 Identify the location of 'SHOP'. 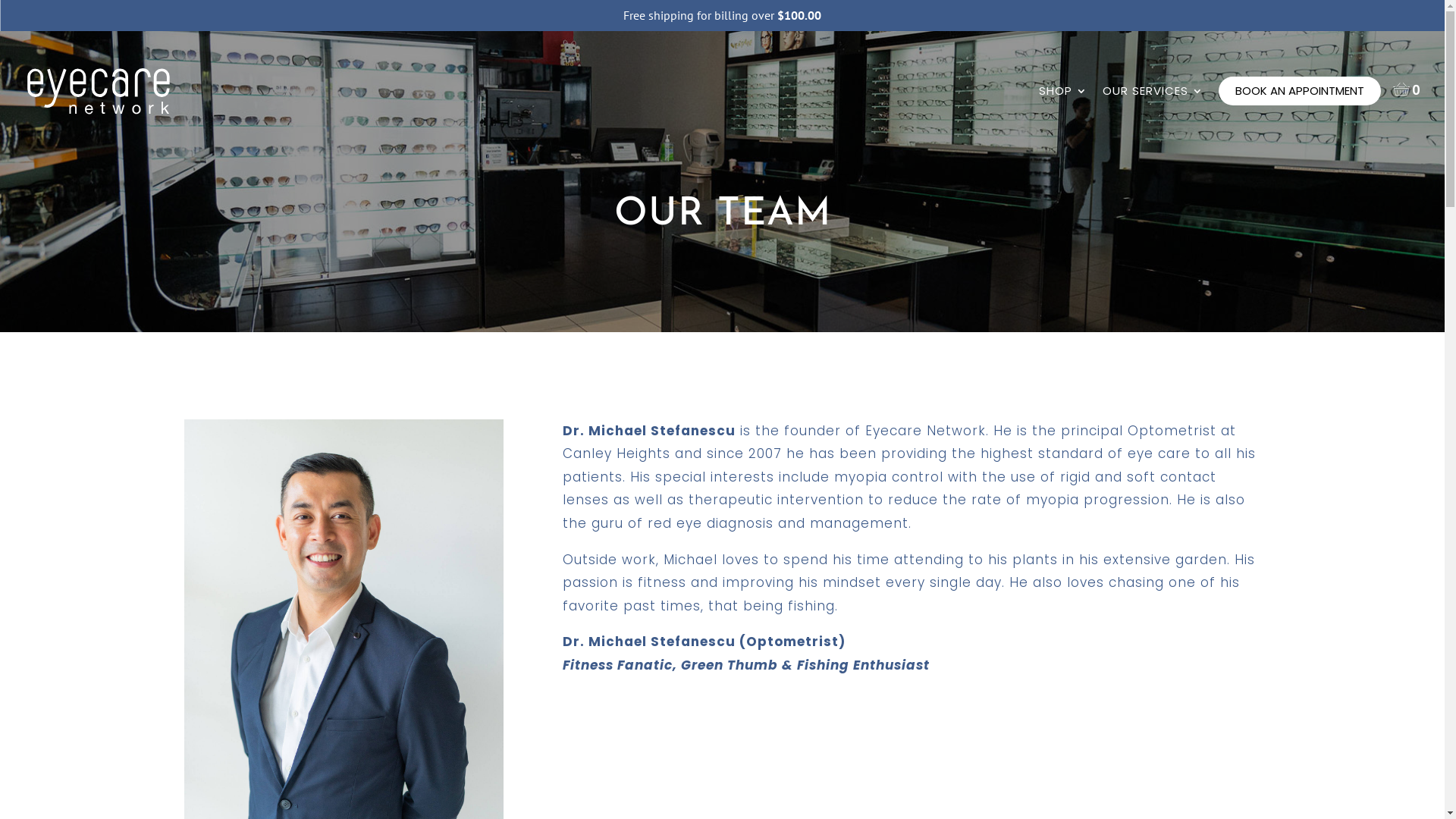
(1062, 106).